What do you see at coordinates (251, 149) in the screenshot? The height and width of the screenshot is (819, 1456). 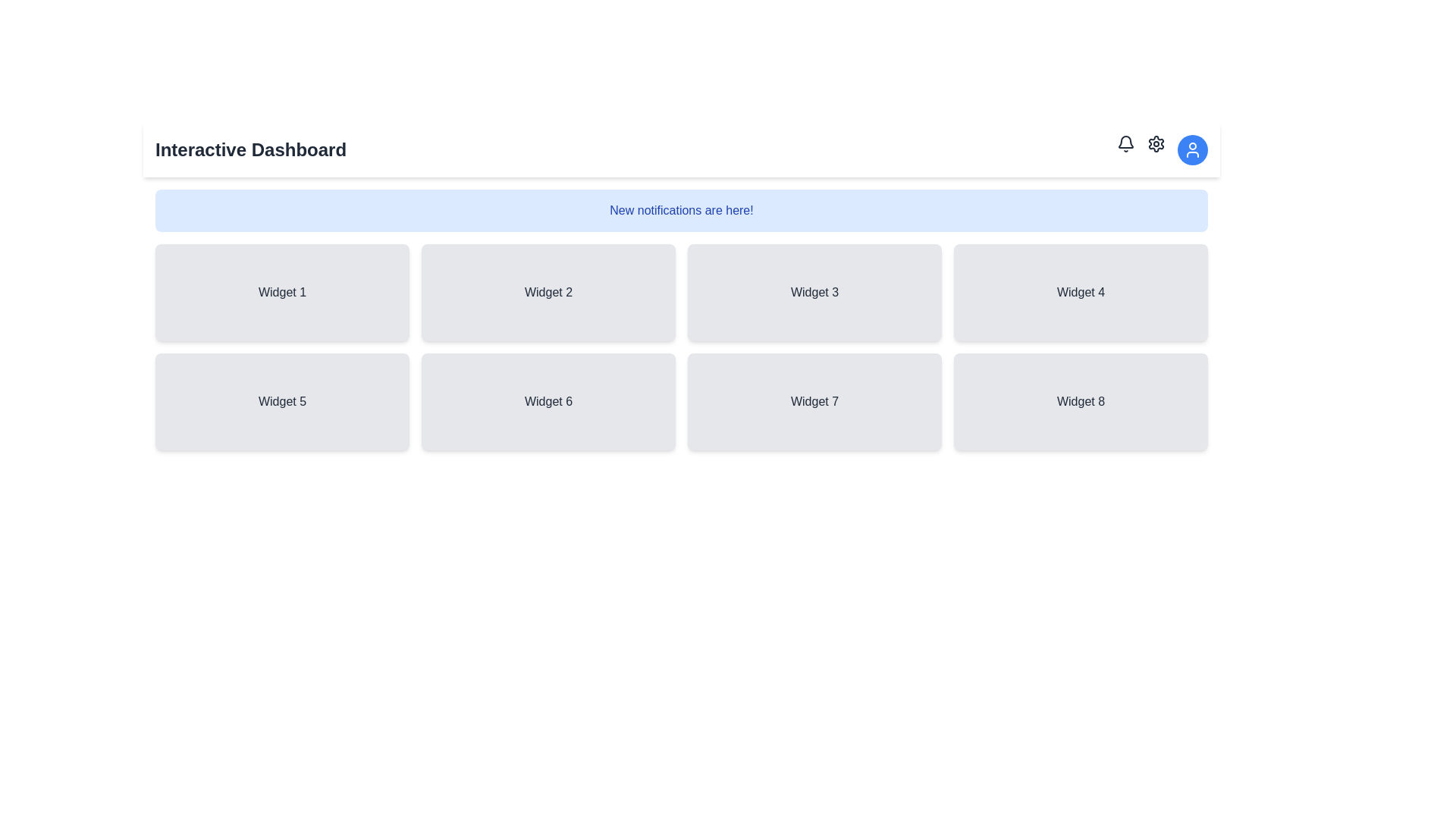 I see `text from the bold, large-font title labeled 'Interactive Dashboard' located at the top left of the page` at bounding box center [251, 149].